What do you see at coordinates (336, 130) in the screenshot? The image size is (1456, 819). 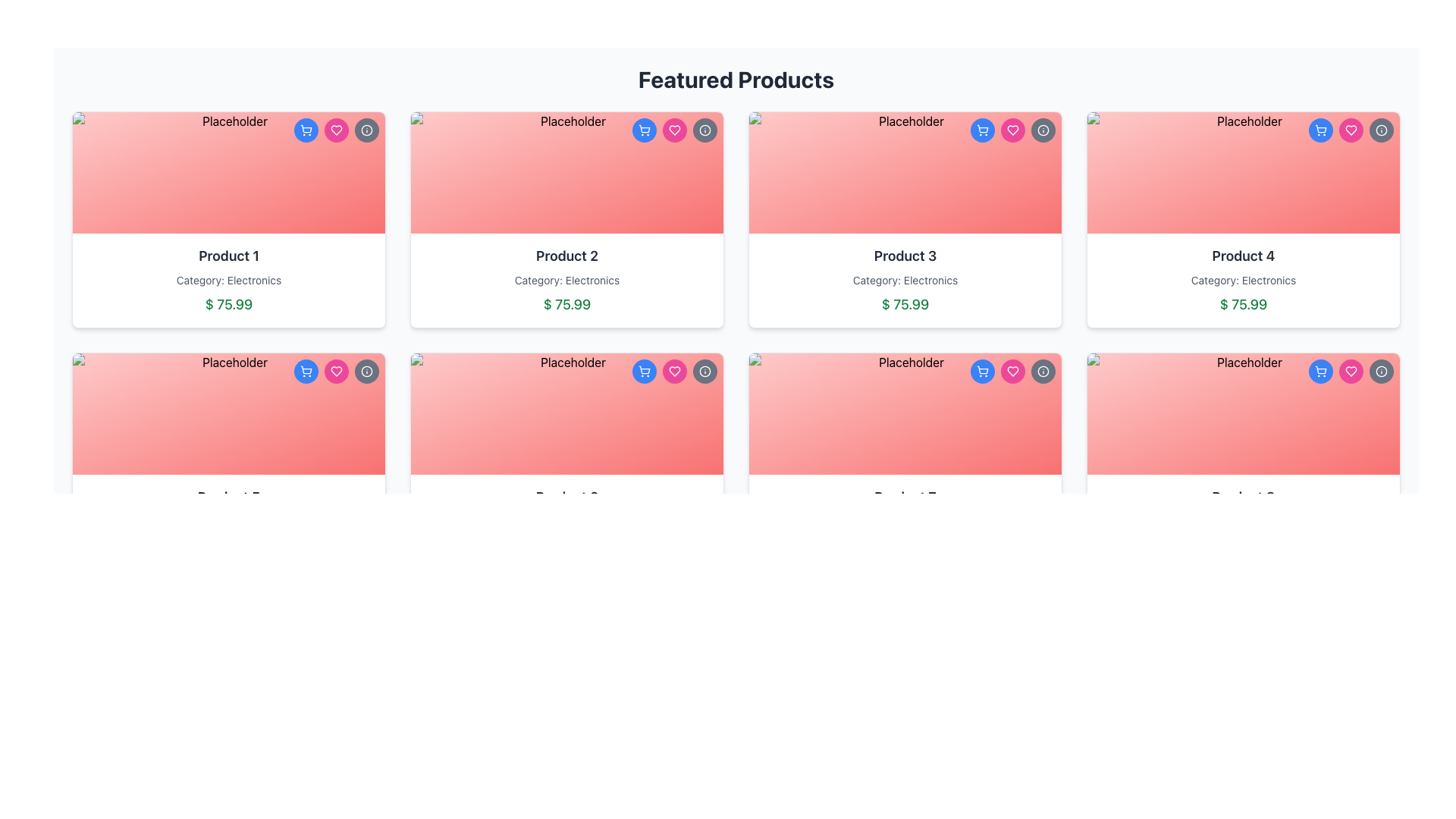 I see `the heart icon button located in the top-right corner of the first product card` at bounding box center [336, 130].